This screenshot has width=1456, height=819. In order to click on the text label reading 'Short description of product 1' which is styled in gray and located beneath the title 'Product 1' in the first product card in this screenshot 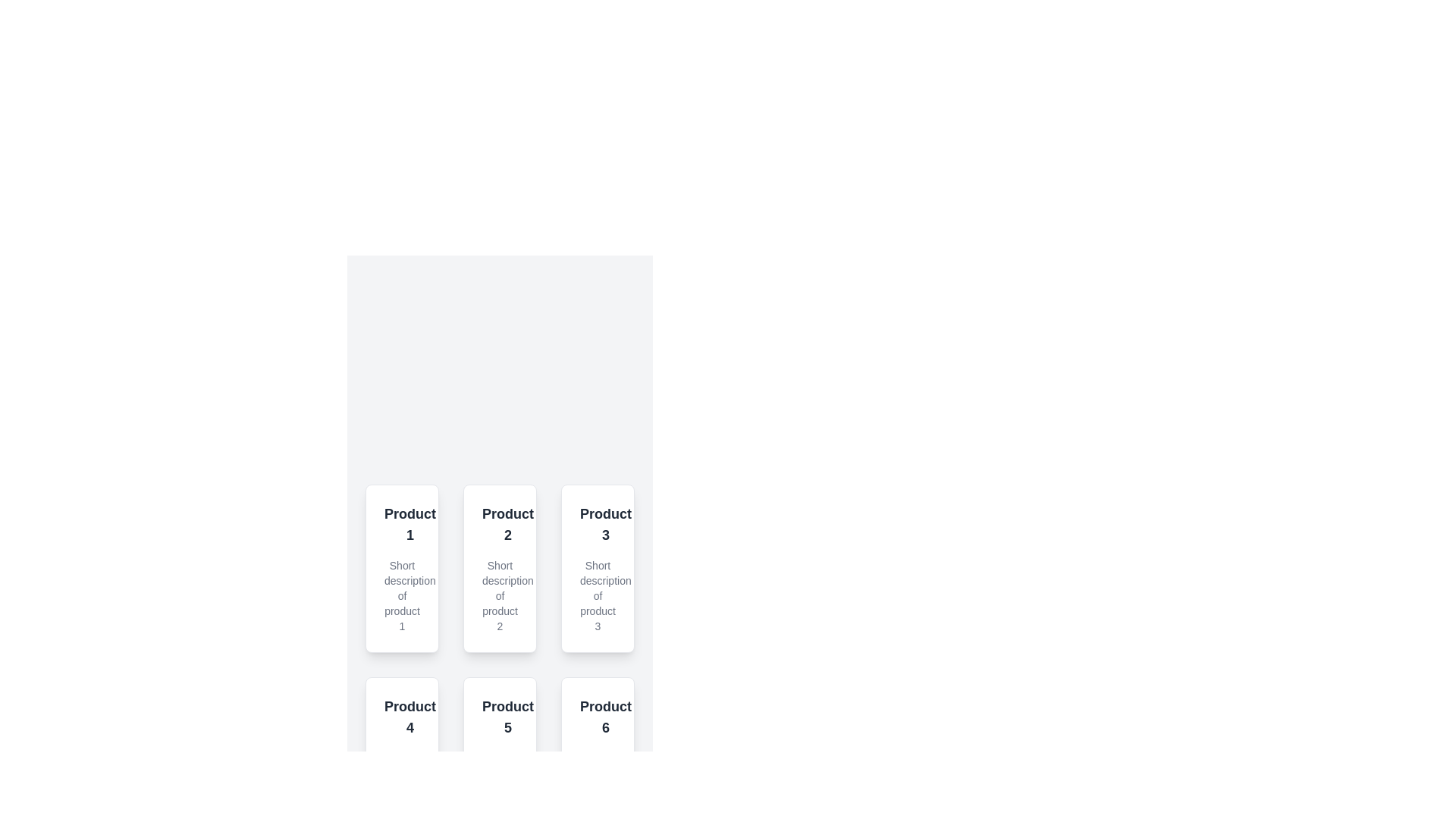, I will do `click(402, 595)`.